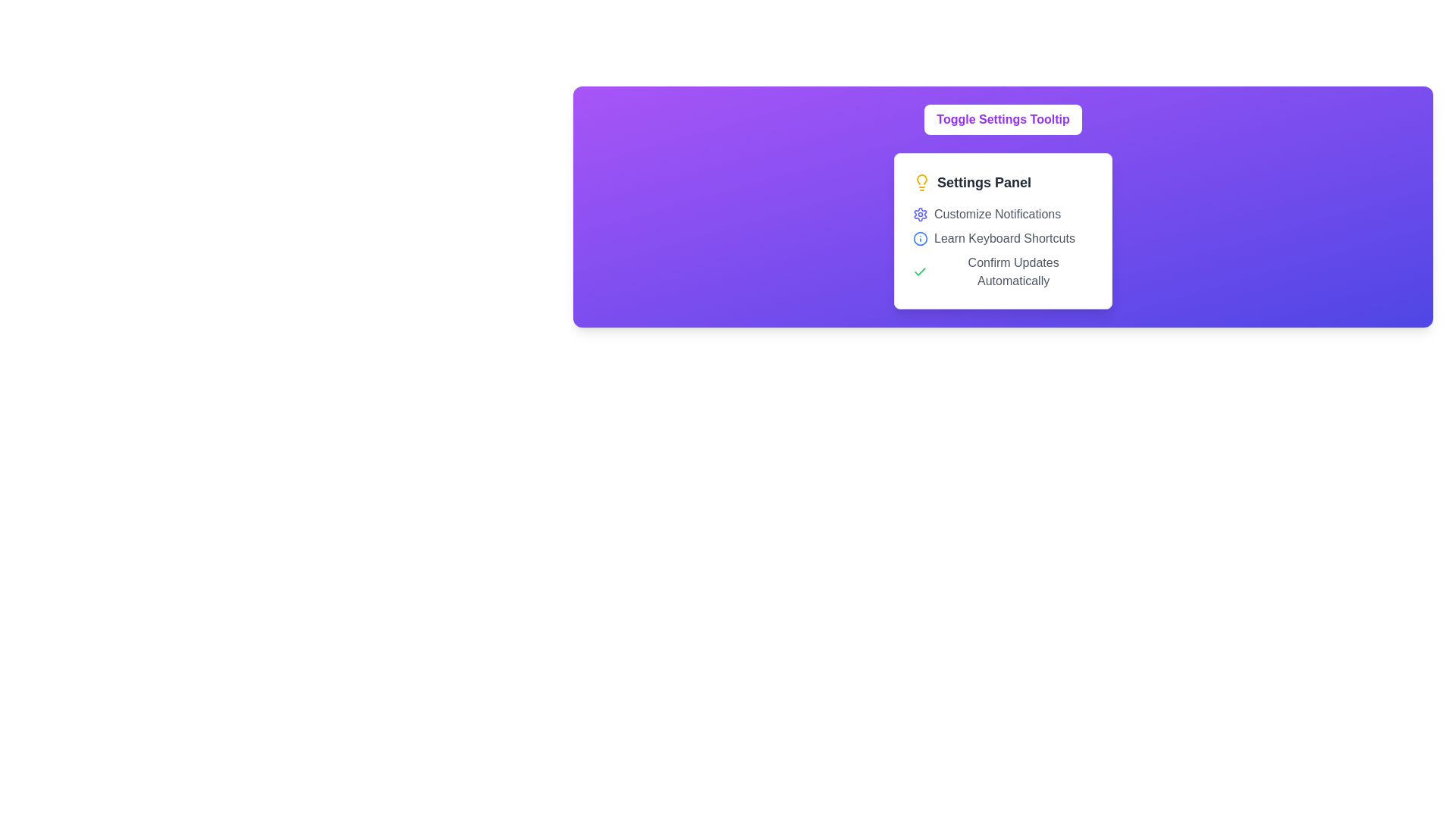 This screenshot has height=819, width=1456. Describe the element at coordinates (1003, 181) in the screenshot. I see `the settings label with icon located at the top of the content card` at that location.